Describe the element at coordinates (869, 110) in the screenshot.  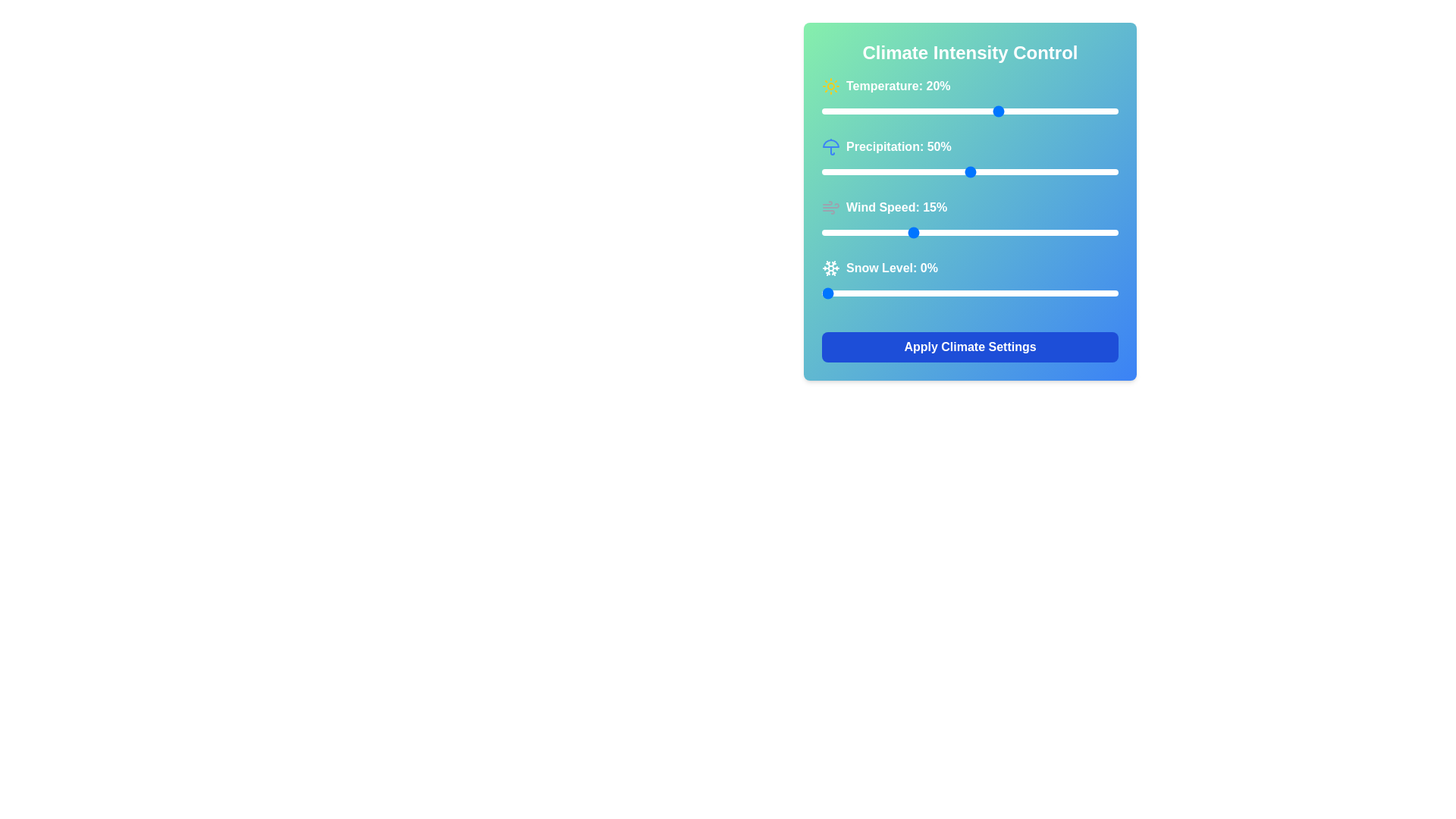
I see `the Temperature` at that location.